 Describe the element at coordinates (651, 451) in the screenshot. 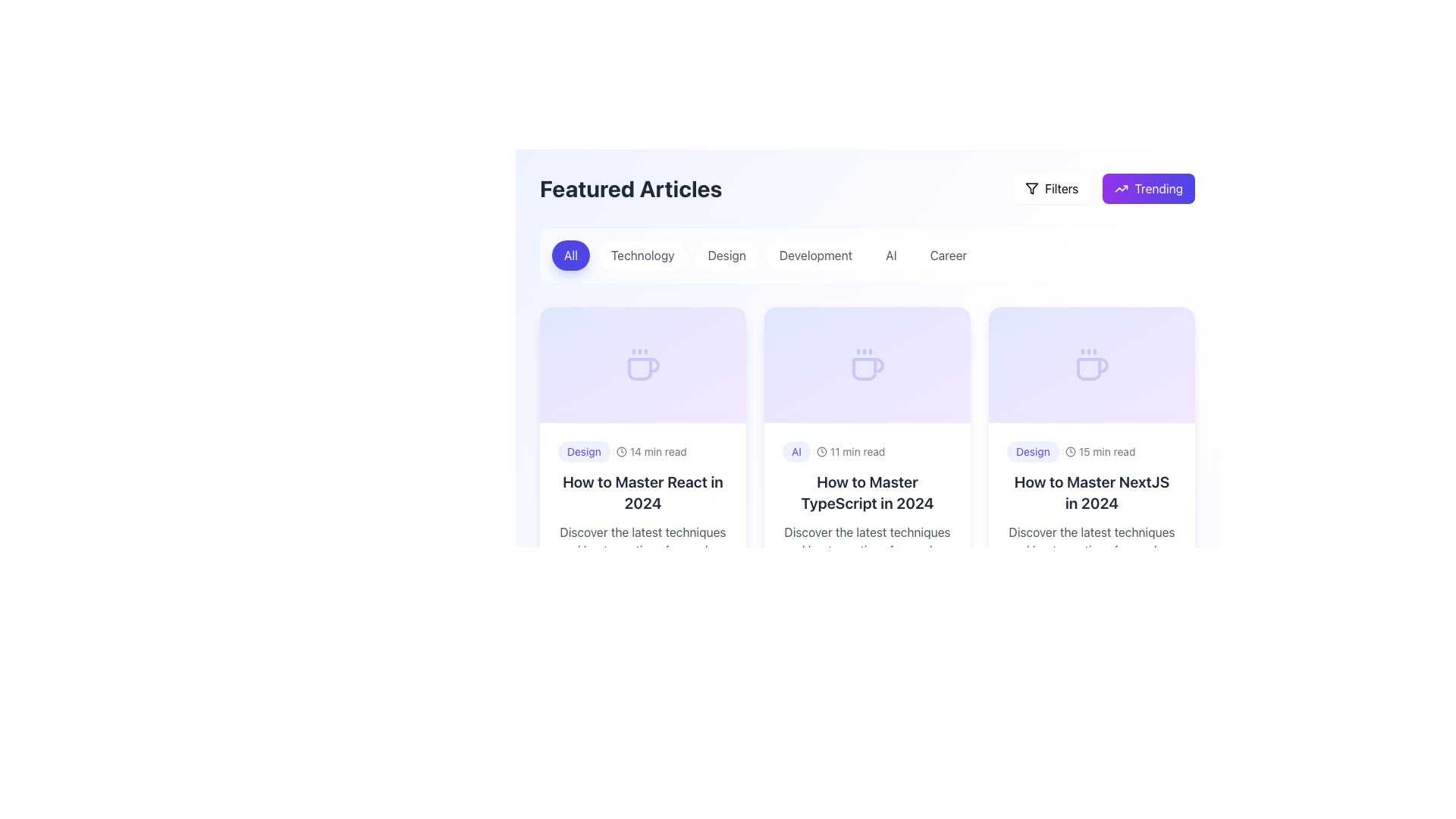

I see `the estimated reading time text element with an adjacent icon, positioned below the 'Design' label and above the article title, to potentially reveal a tooltip` at that location.